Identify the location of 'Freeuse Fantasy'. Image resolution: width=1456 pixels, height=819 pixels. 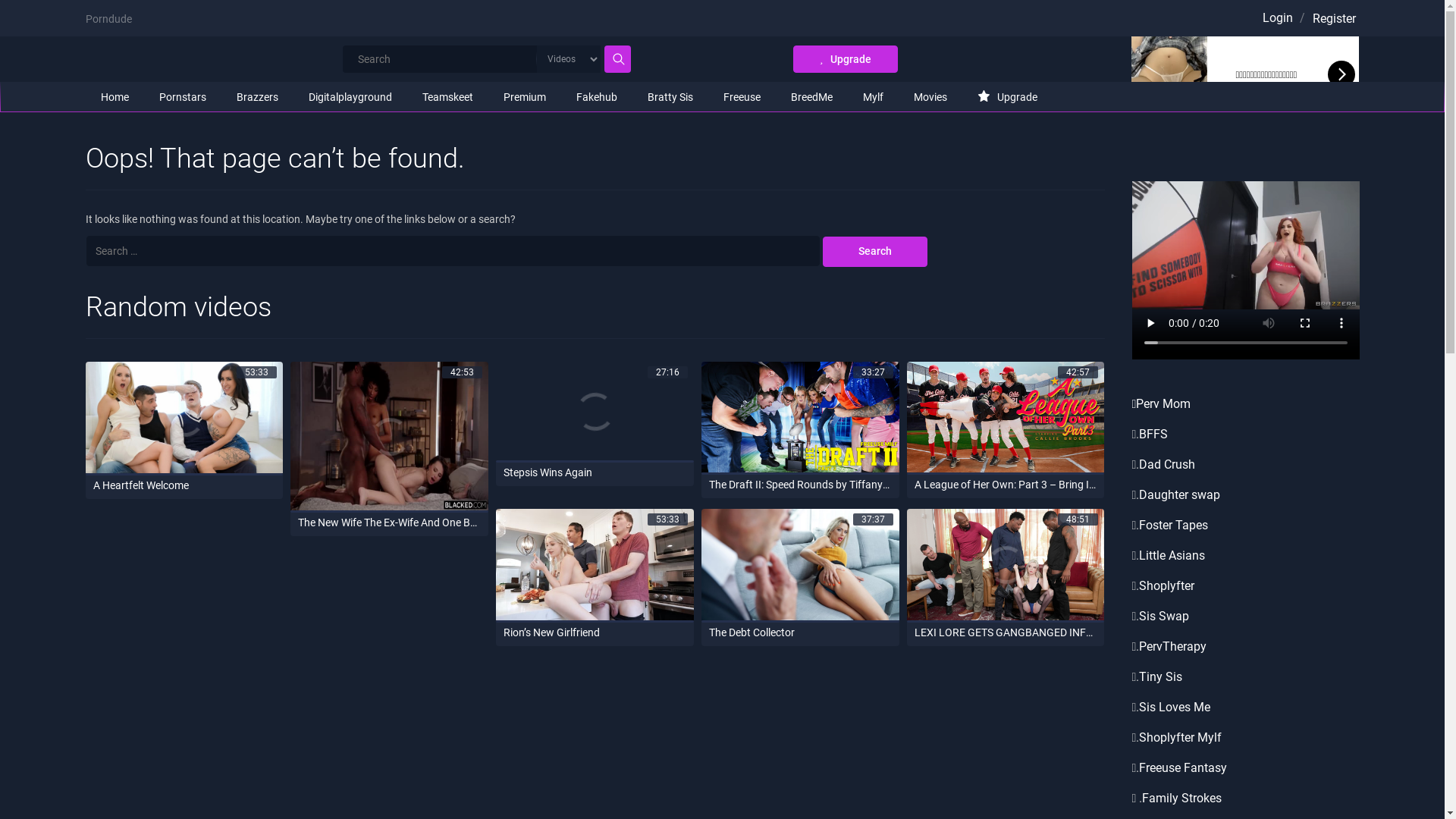
(1139, 767).